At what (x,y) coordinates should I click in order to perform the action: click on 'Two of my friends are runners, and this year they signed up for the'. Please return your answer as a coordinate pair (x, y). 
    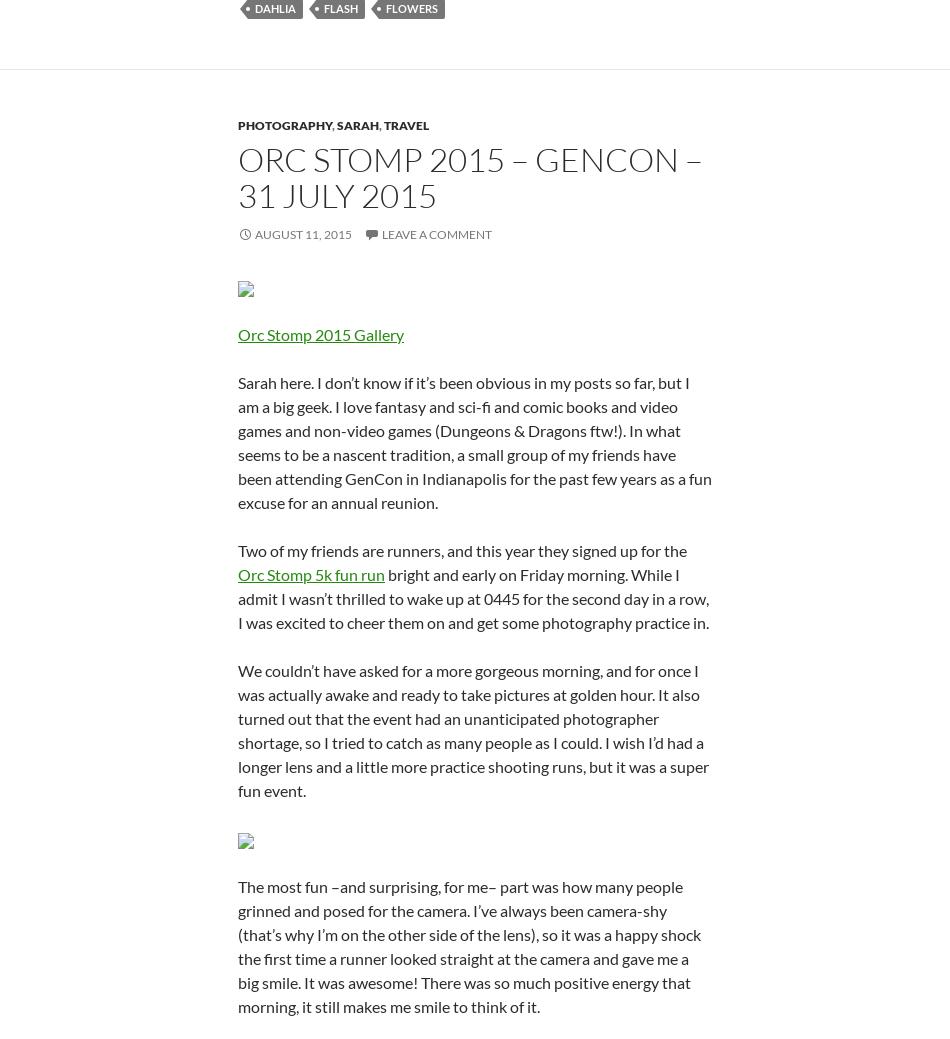
    Looking at the image, I should click on (237, 549).